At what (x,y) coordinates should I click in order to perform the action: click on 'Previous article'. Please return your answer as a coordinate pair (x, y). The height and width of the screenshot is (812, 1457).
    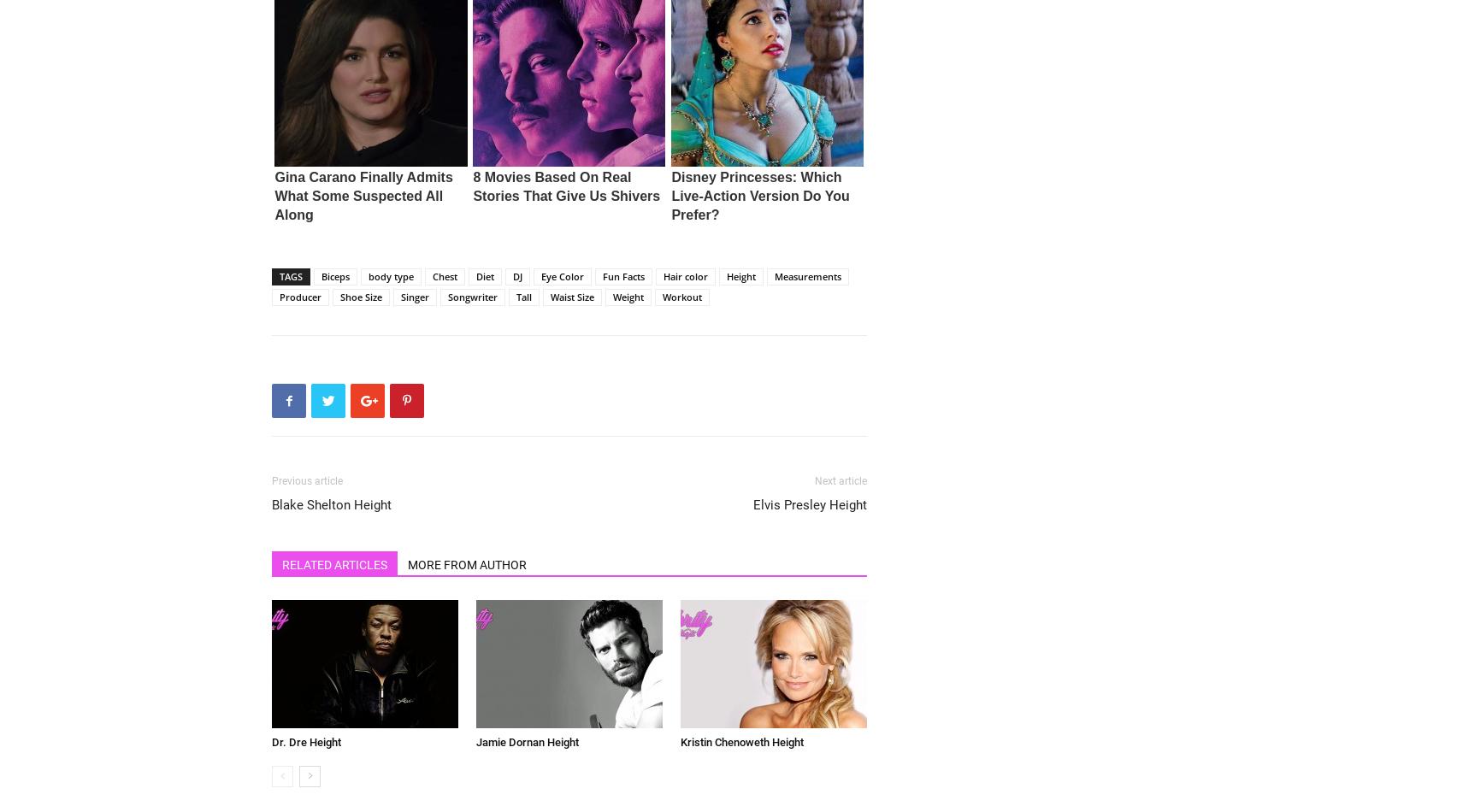
    Looking at the image, I should click on (306, 480).